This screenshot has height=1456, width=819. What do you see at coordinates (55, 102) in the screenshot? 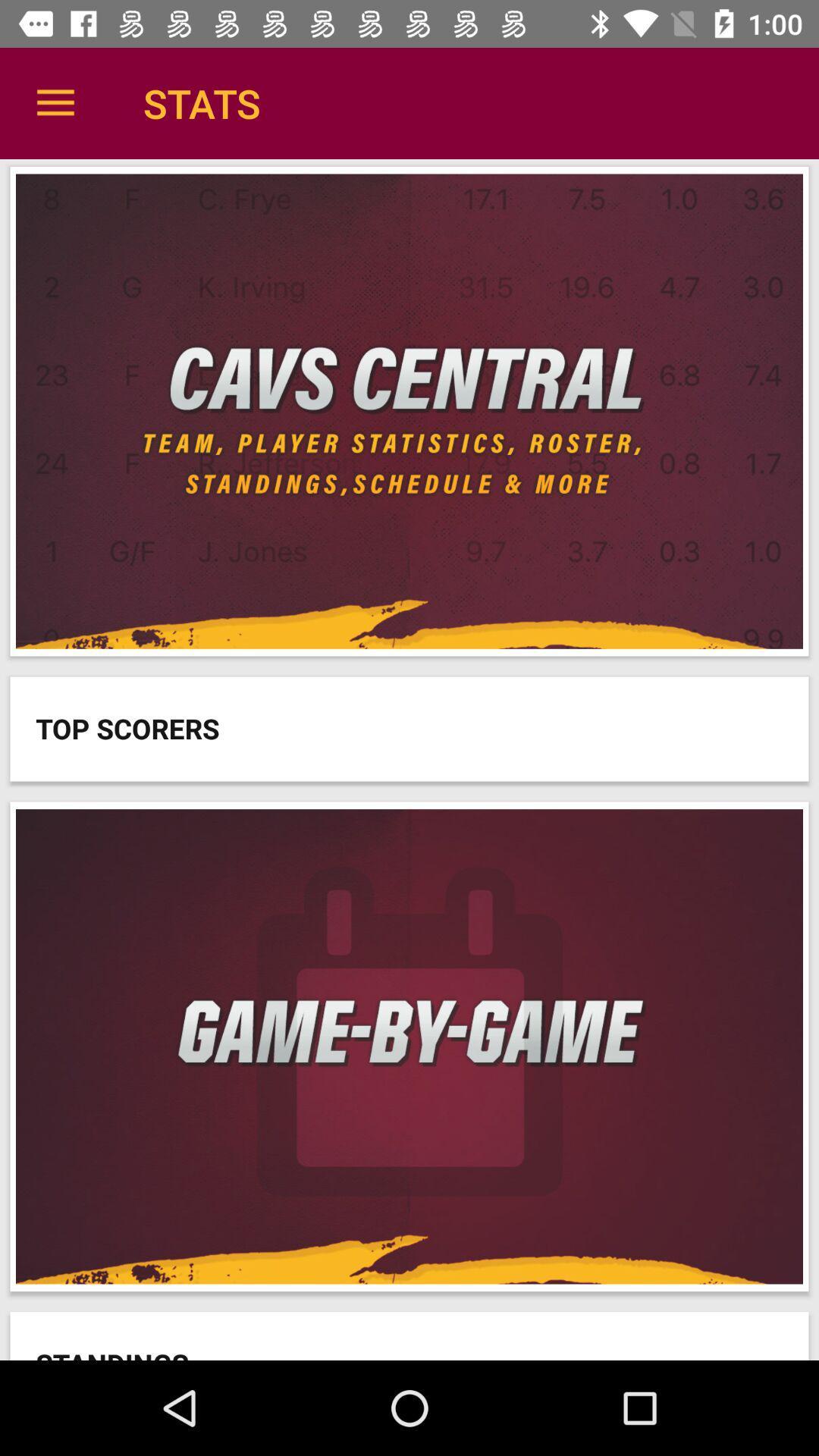
I see `icon next to the stats item` at bounding box center [55, 102].